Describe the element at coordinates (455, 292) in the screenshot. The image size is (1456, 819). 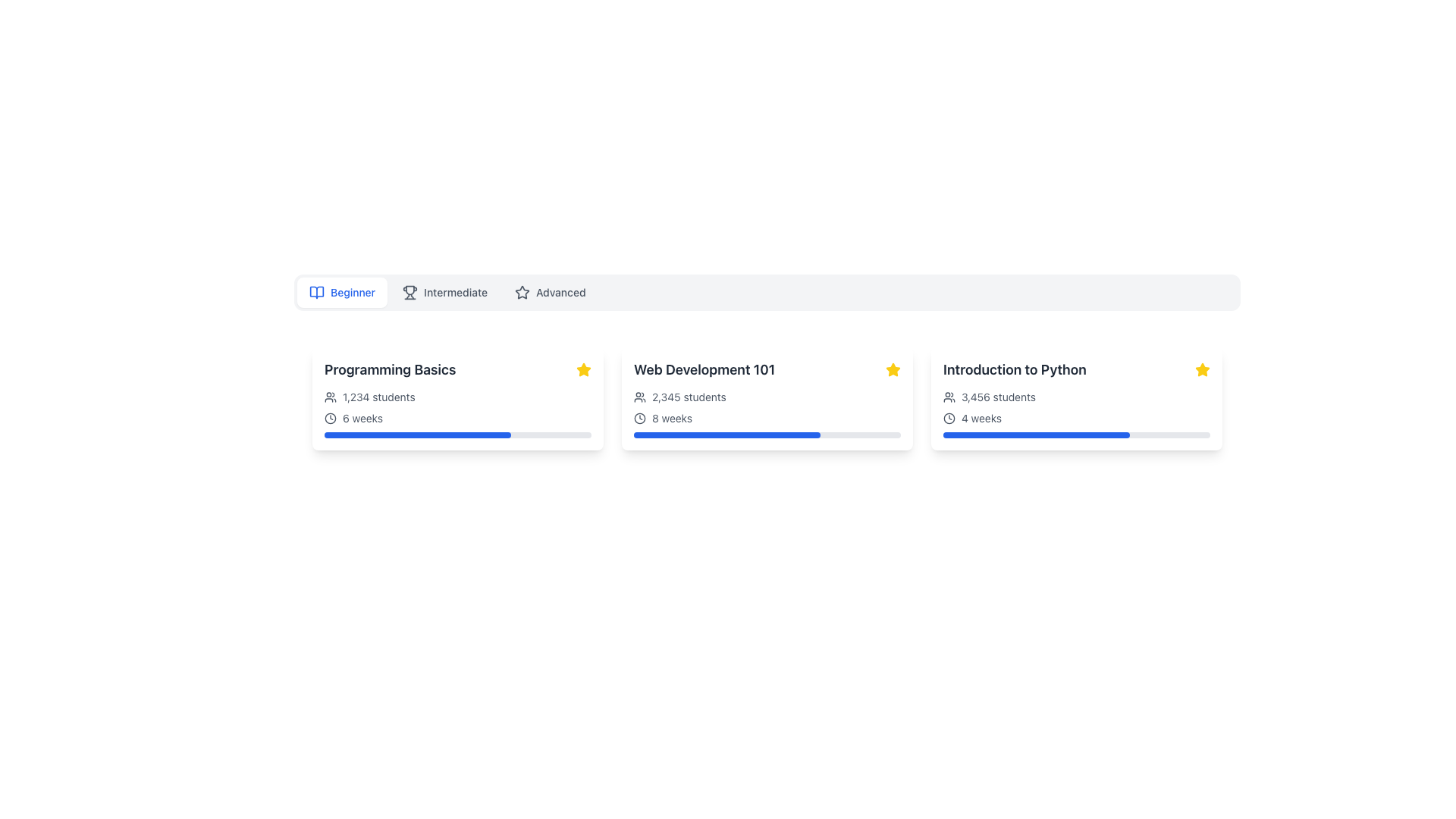
I see `the 'Intermediate' text label` at that location.